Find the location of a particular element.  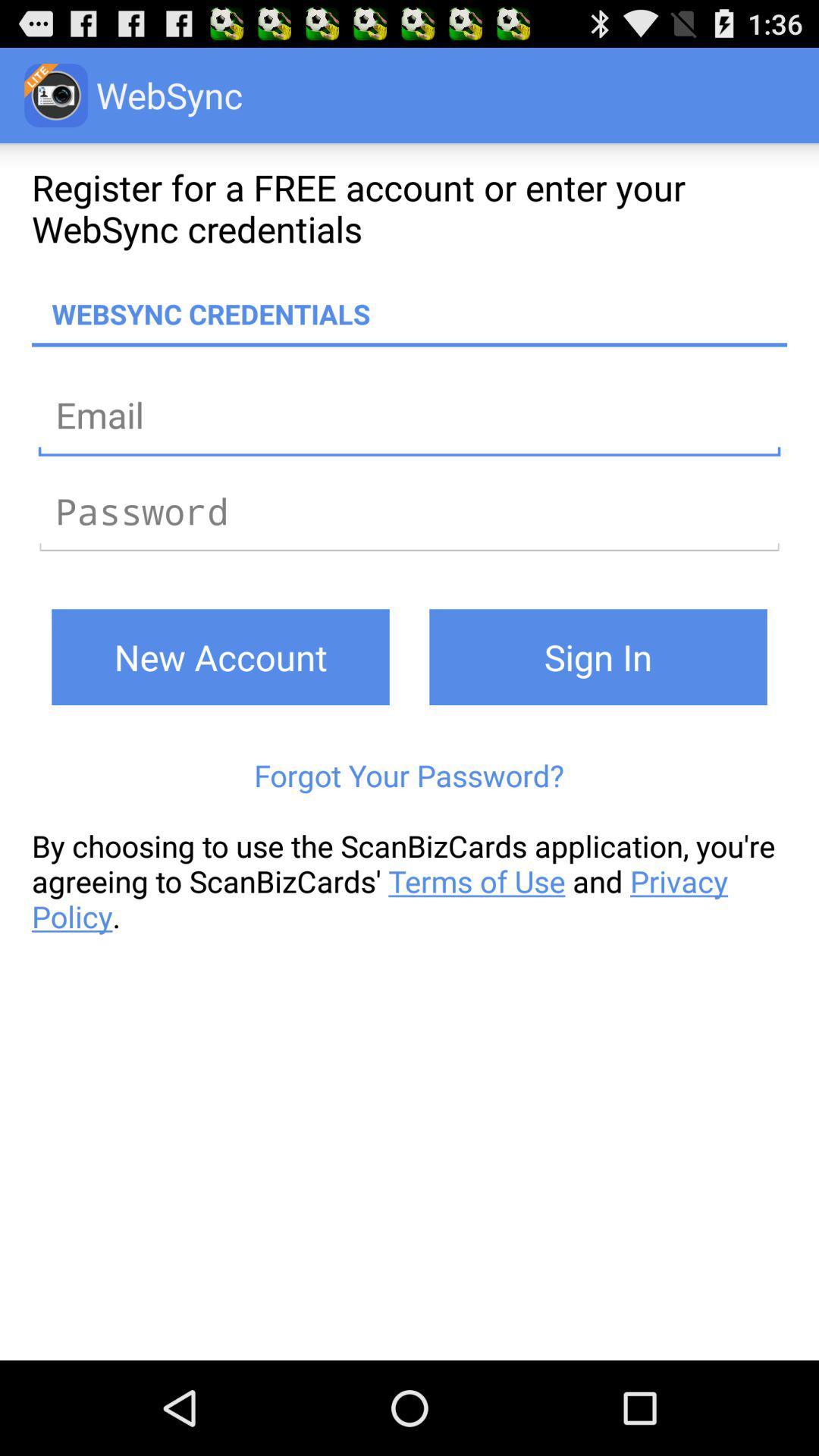

the by choosing to icon is located at coordinates (409, 881).